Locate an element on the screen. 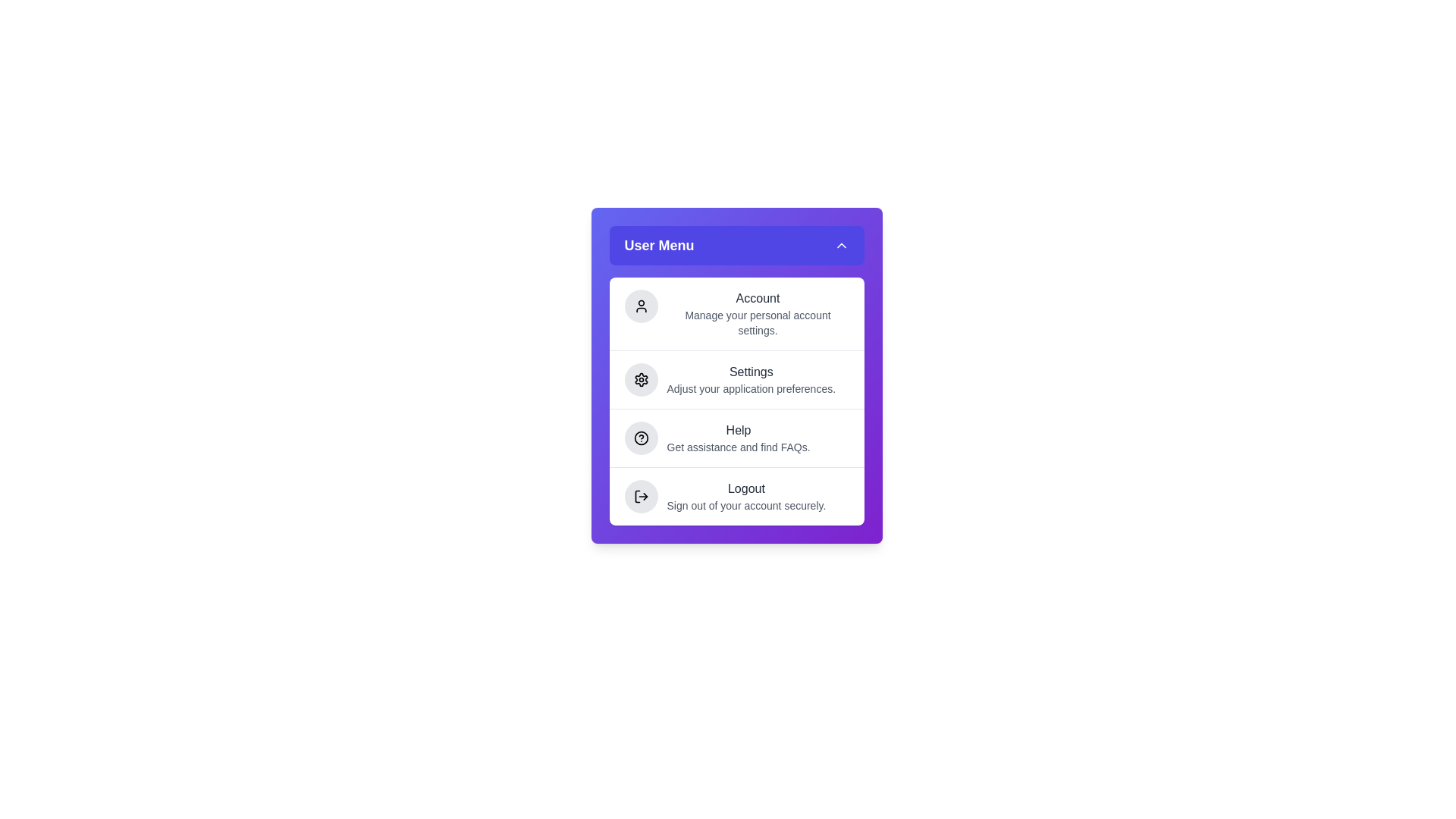  the icon associated with Account is located at coordinates (641, 306).